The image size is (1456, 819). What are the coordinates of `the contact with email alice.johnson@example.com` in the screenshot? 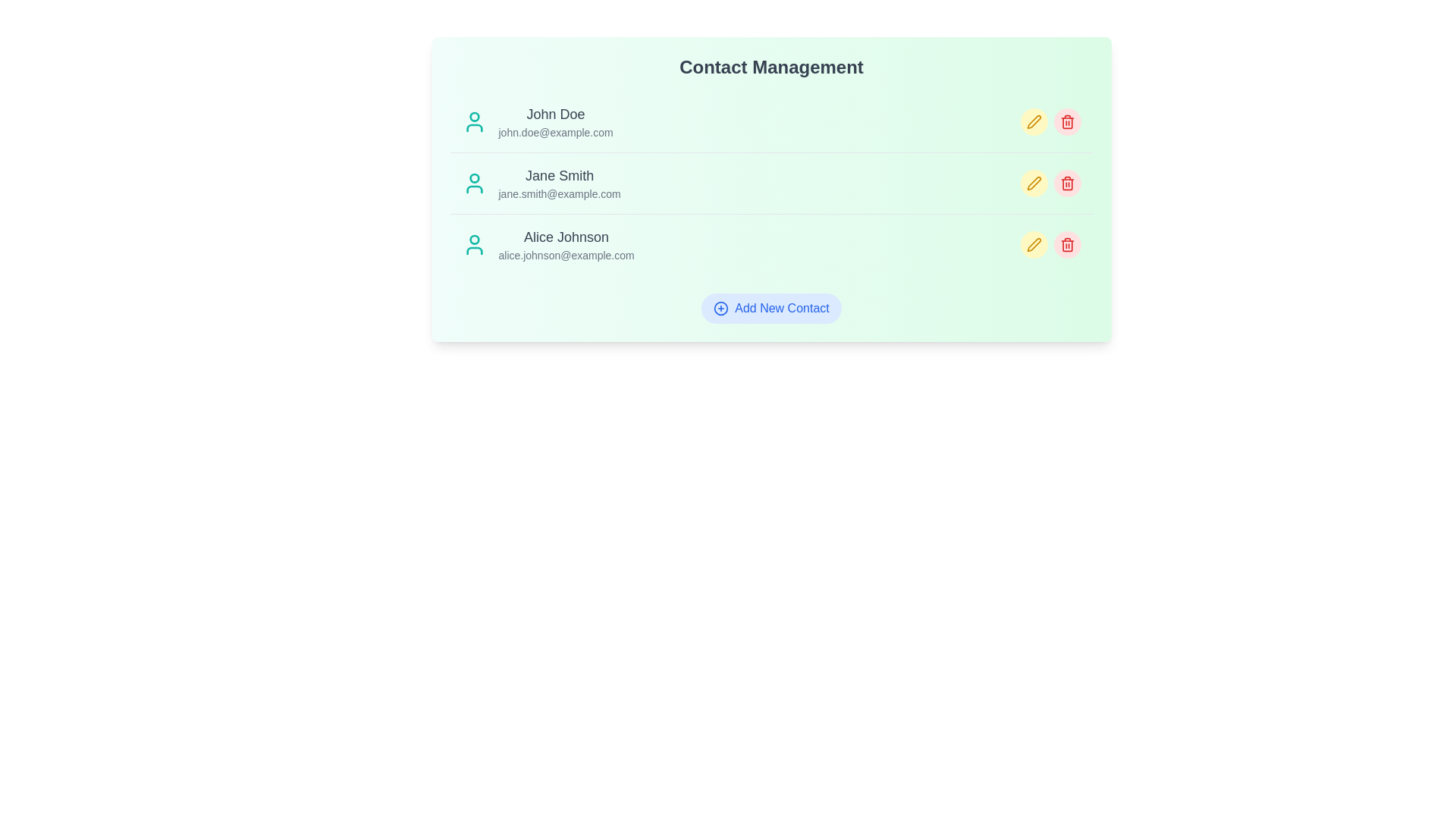 It's located at (566, 244).